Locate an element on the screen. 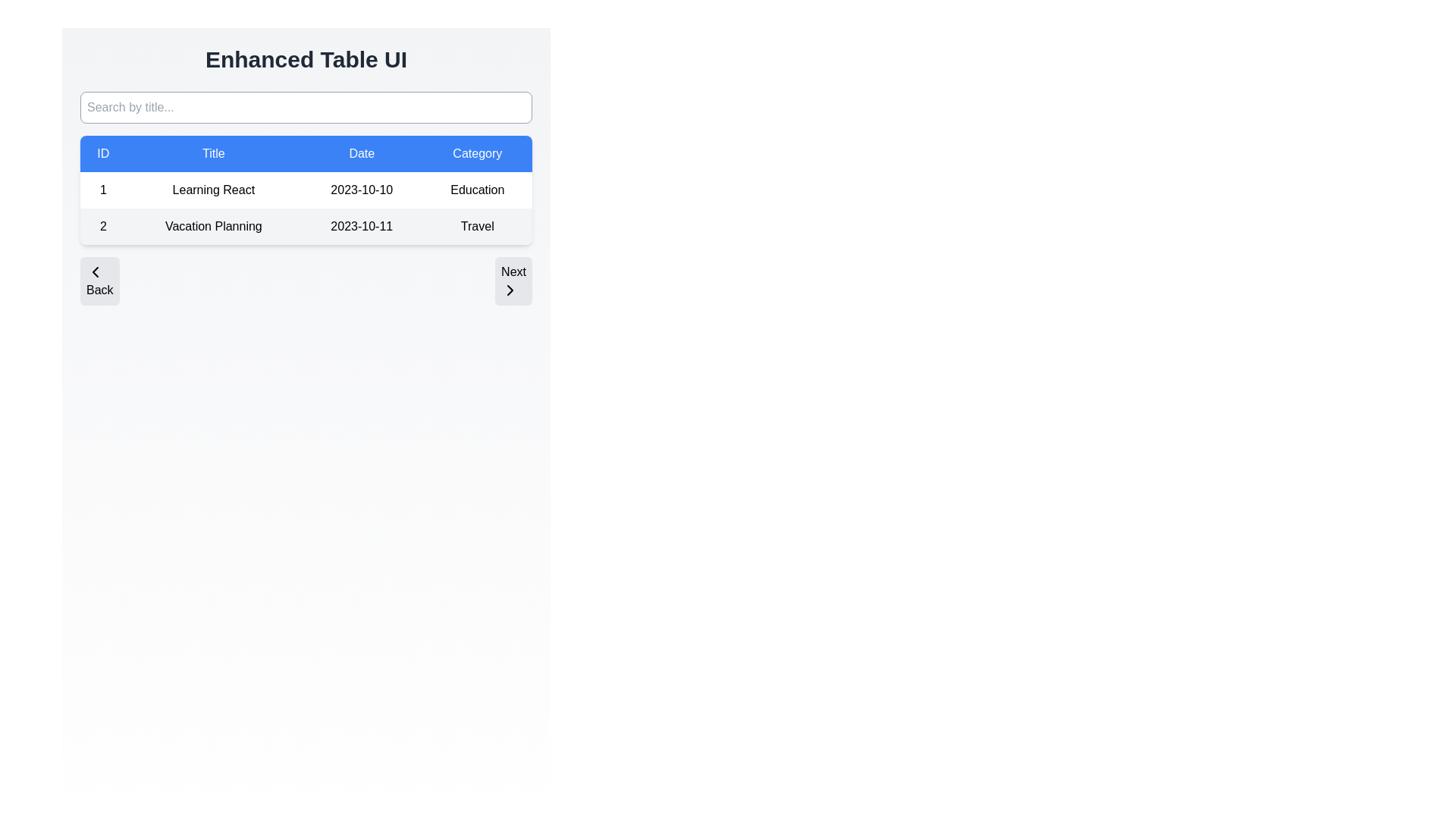 The image size is (1456, 819). the Text label that serves as an identifier for the corresponding table entry, located in the first column of the table row is located at coordinates (102, 189).